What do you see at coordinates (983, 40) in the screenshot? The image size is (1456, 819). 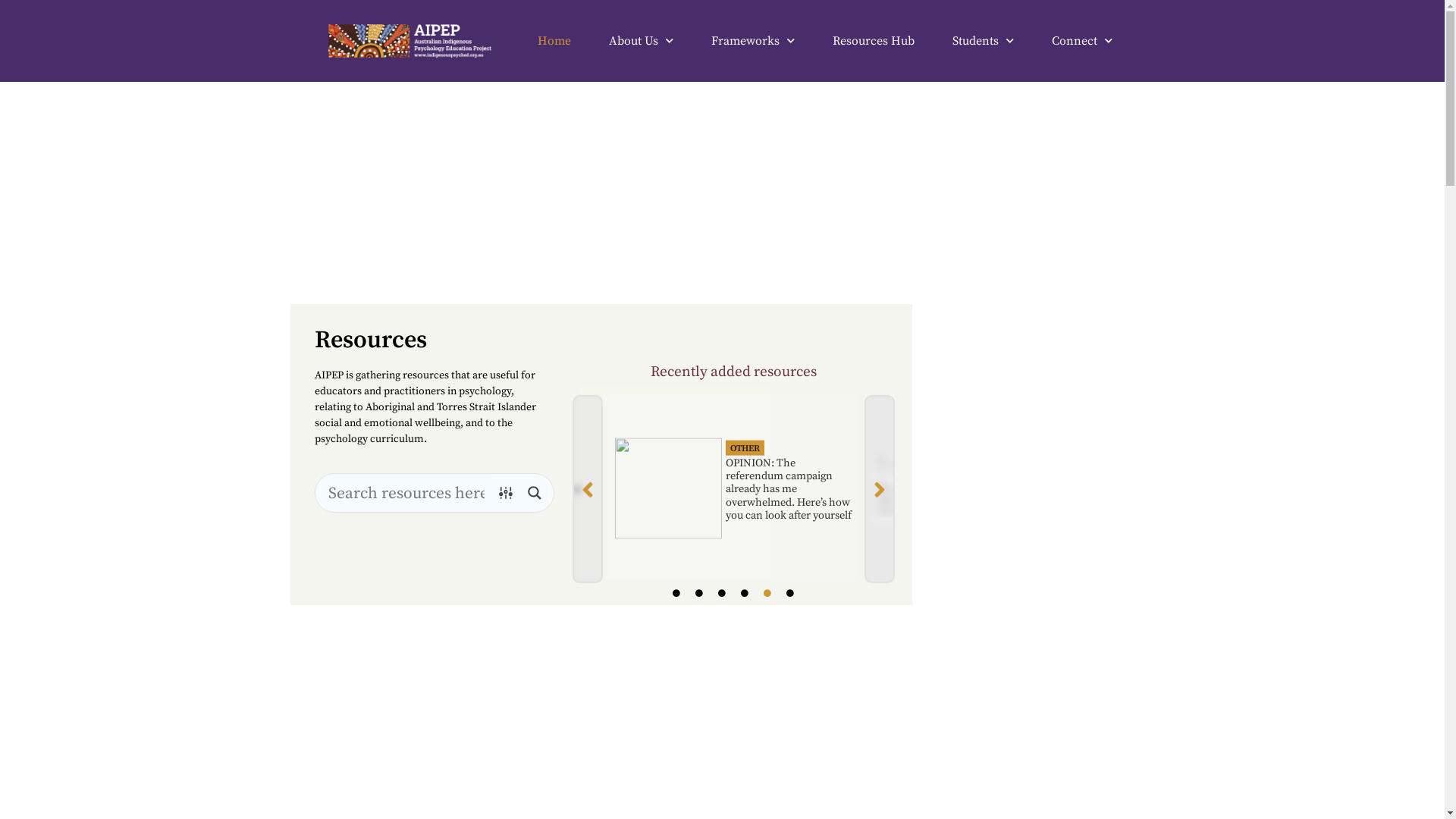 I see `'Students'` at bounding box center [983, 40].